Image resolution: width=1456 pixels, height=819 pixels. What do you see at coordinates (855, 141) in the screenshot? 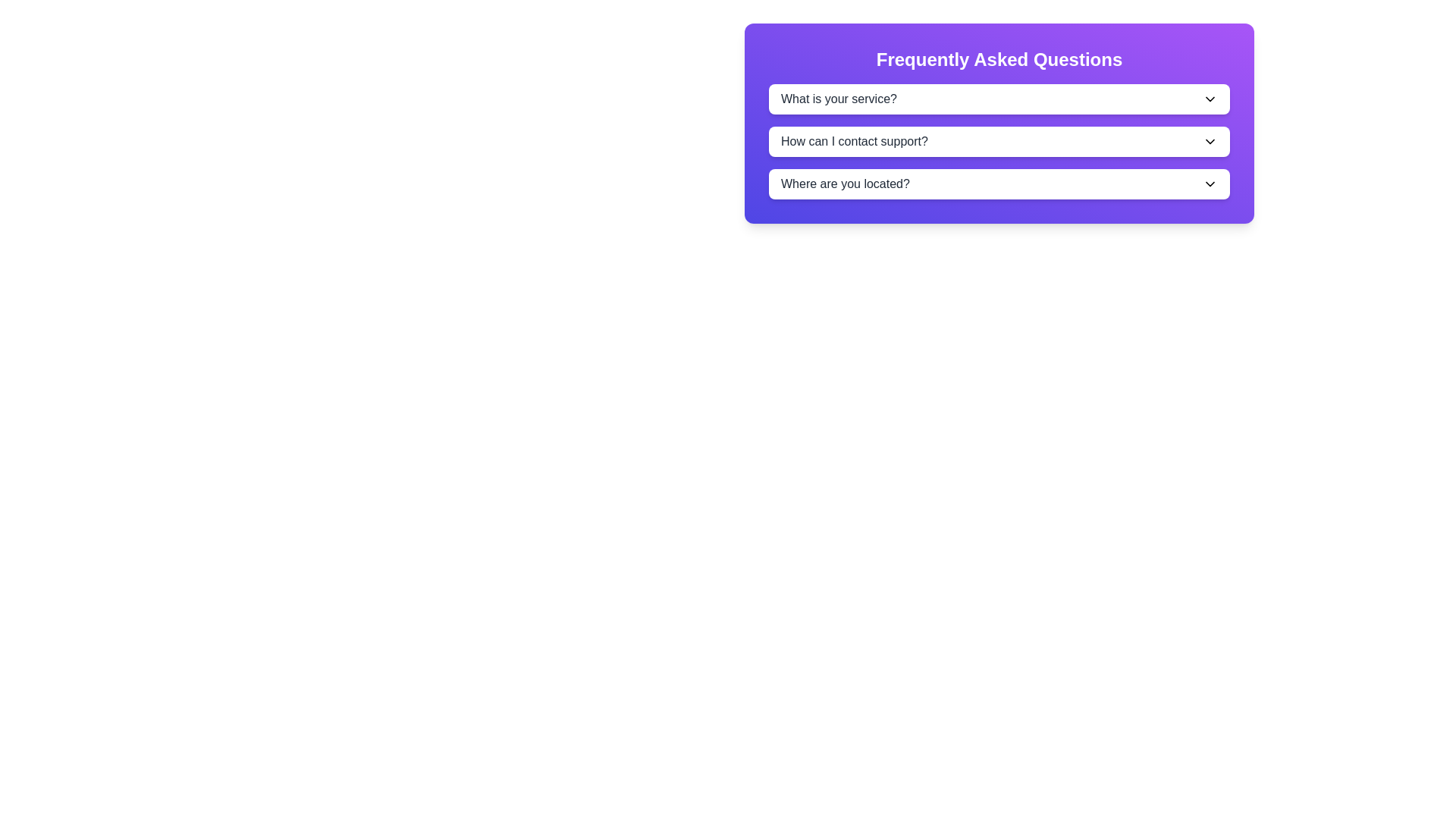
I see `the static text label displaying the question 'How can I contact support?' located in the second question row of the purple panel labeled 'Frequently Asked Questions'` at bounding box center [855, 141].